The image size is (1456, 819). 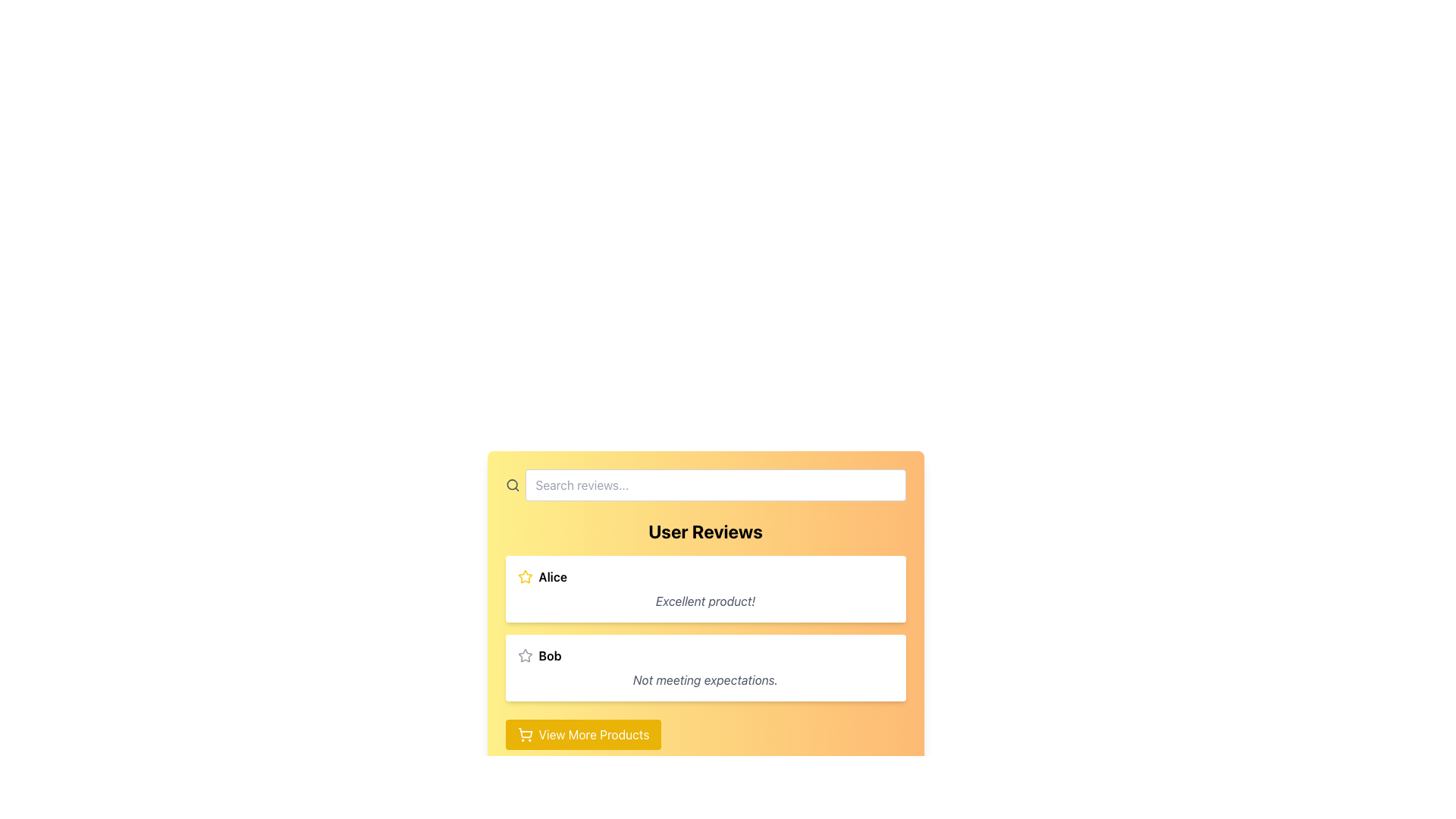 What do you see at coordinates (704, 531) in the screenshot?
I see `the Text label that serves as a section heading for user reviews, located below the search bar and above individual review entries labeled 'Alice' and 'Bob'` at bounding box center [704, 531].